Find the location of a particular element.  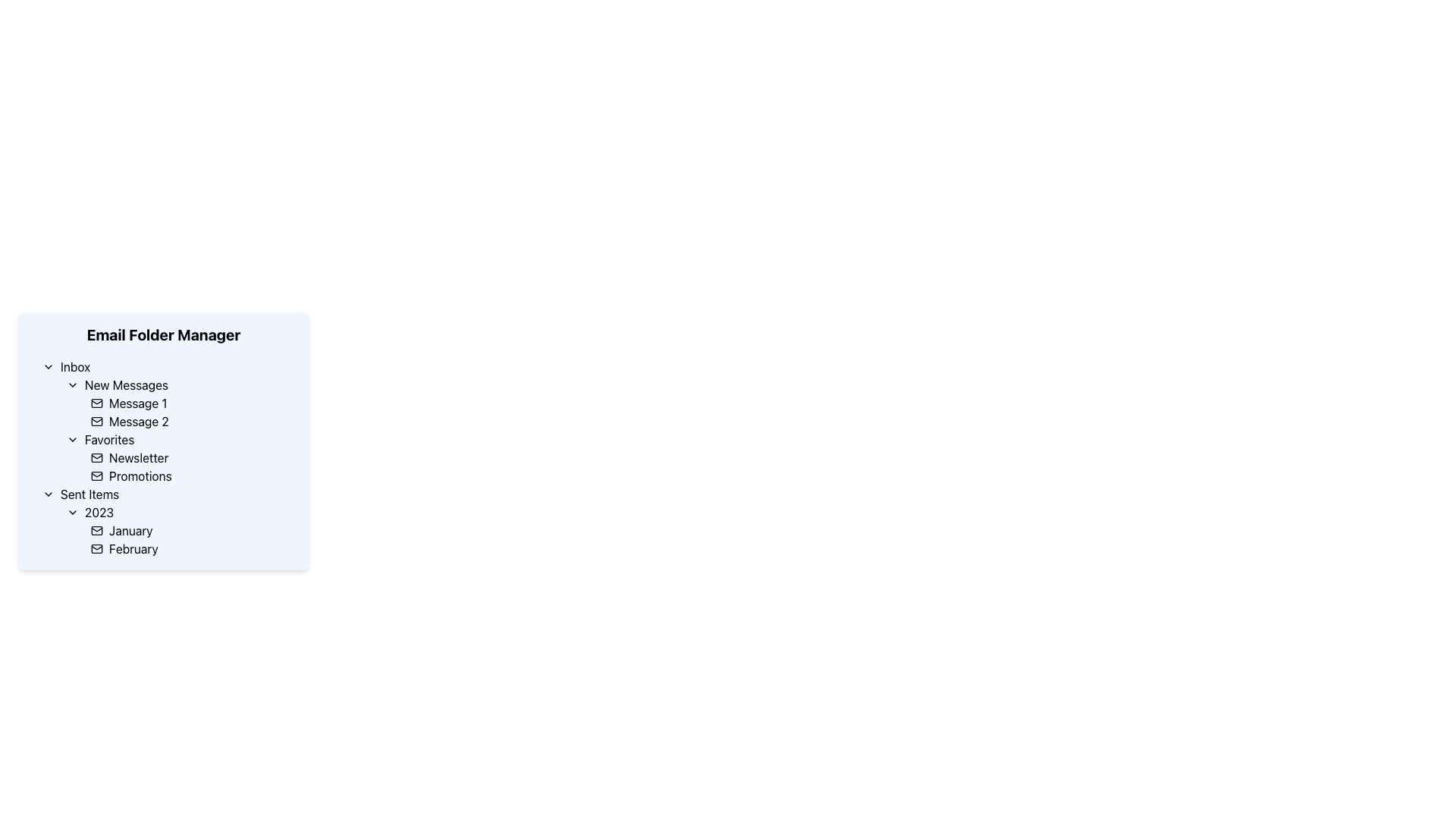

to select the email message labeled 'Message 2' which is the second item under 'New Messages' in the 'Inbox' section is located at coordinates (193, 421).